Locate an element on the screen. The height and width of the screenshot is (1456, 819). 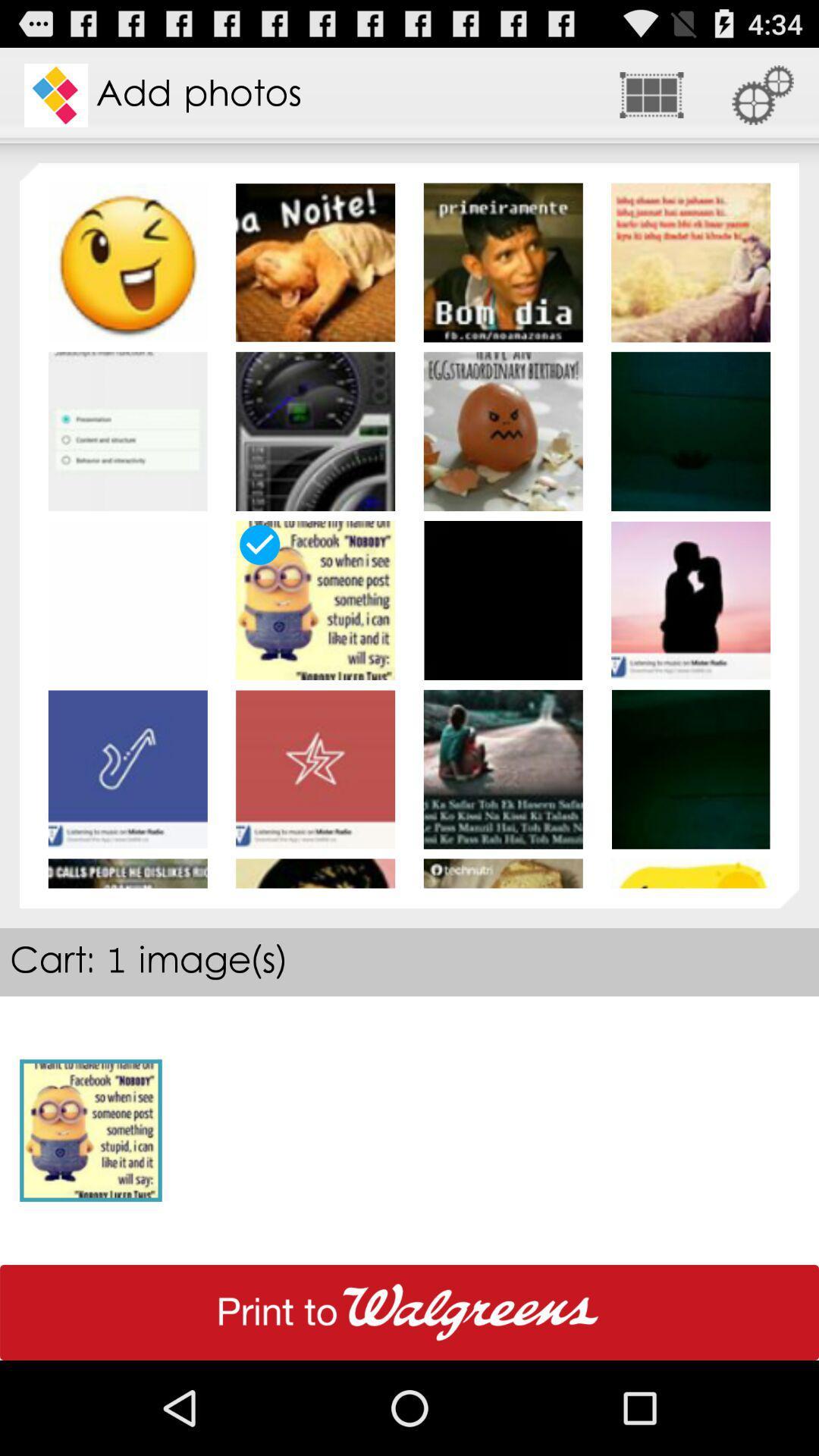
the third image in the second row from left to right is located at coordinates (503, 431).